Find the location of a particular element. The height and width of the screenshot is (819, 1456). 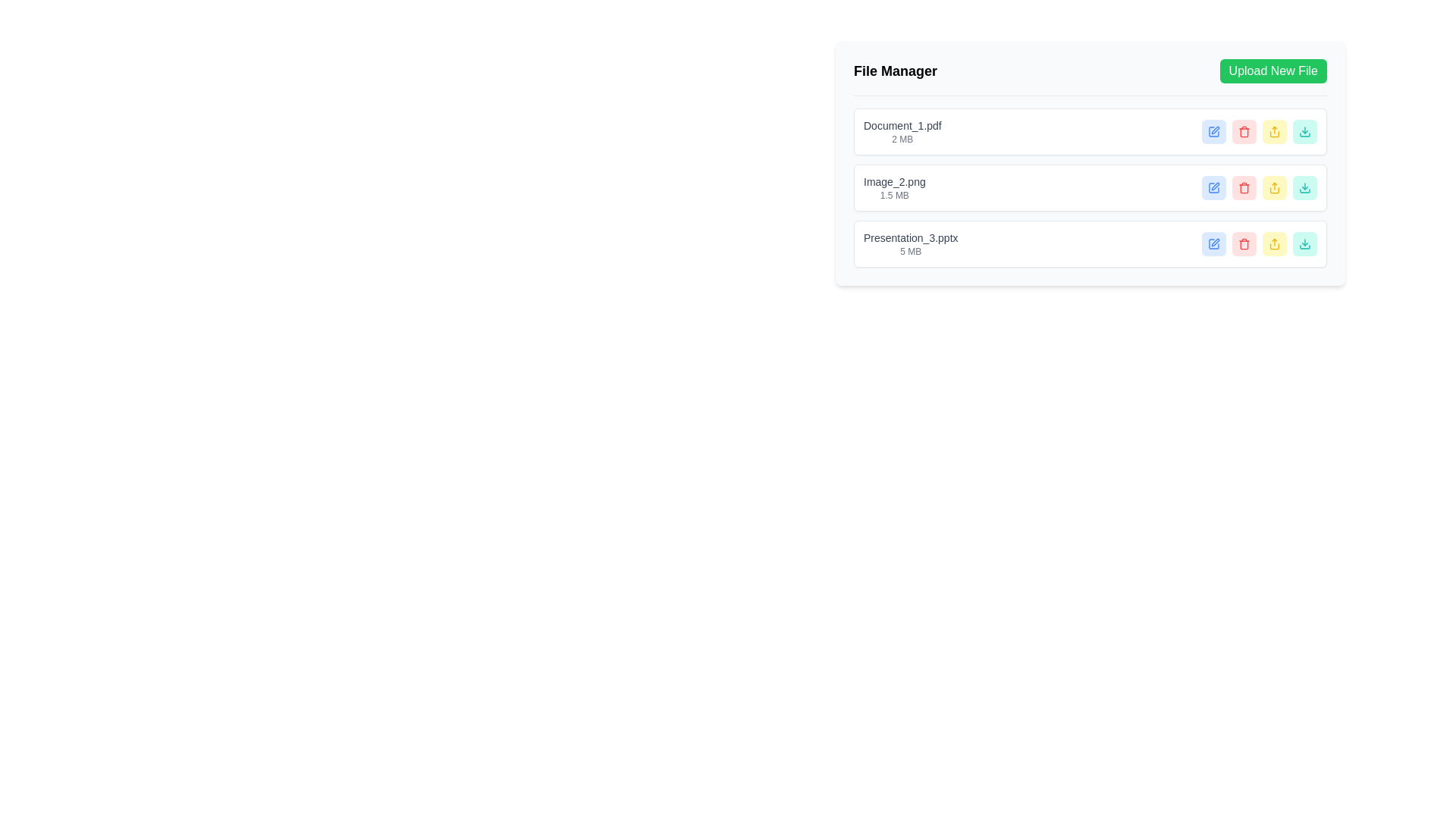

the trash icon button, which is styled with a red color and represents a delete action is located at coordinates (1244, 187).